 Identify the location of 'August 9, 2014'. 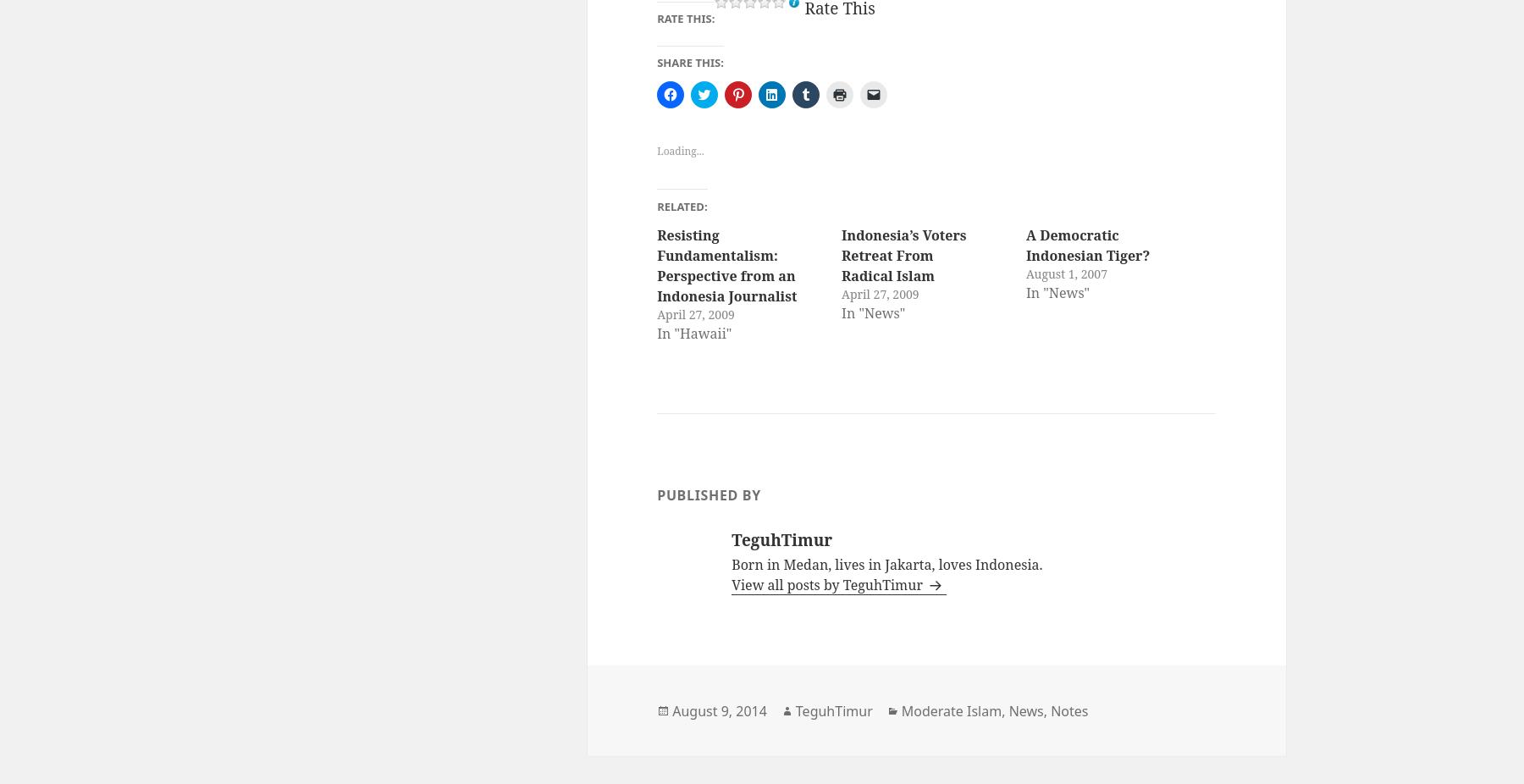
(671, 709).